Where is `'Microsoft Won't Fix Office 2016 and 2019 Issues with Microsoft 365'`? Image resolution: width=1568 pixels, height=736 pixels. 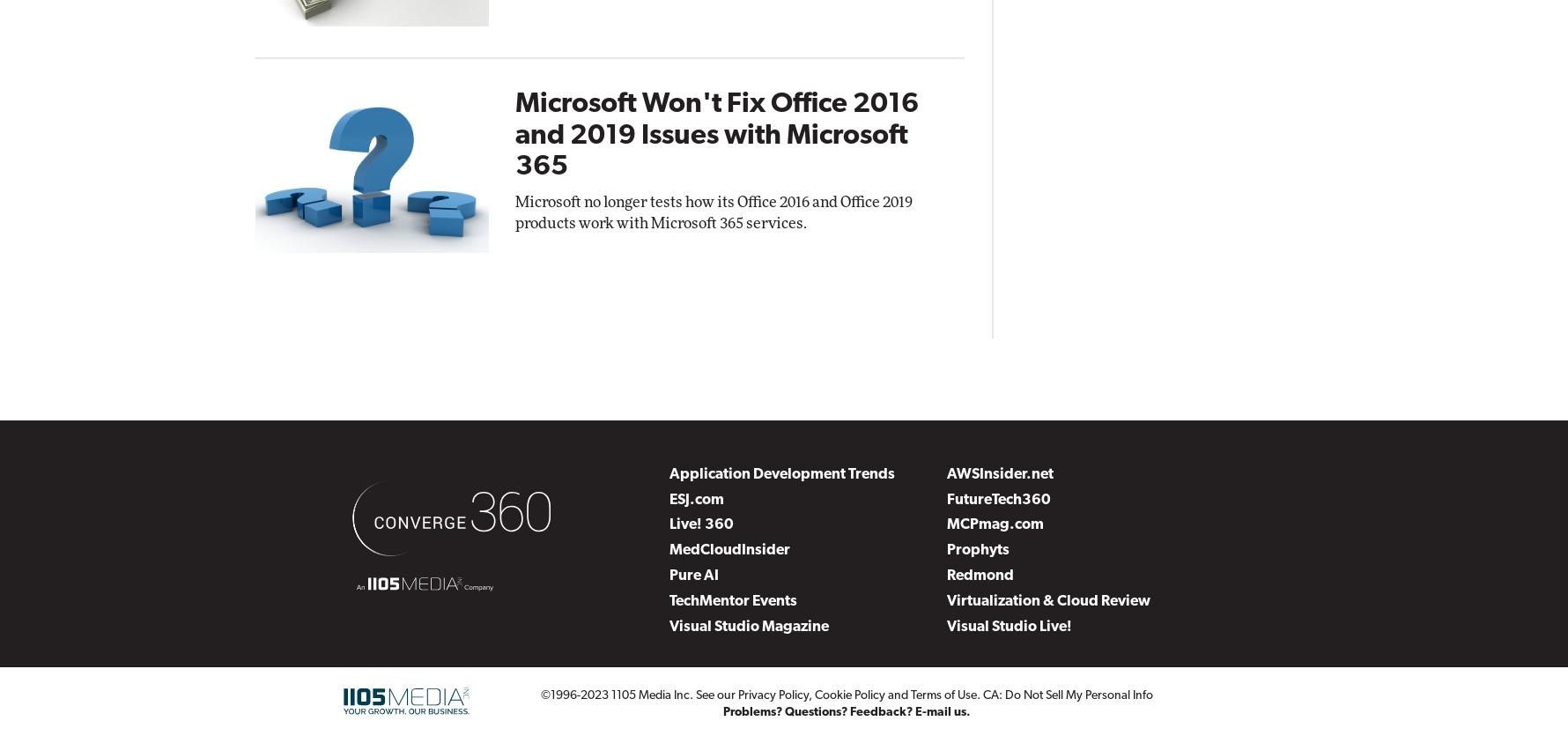 'Microsoft Won't Fix Office 2016 and 2019 Issues with Microsoft 365' is located at coordinates (716, 134).